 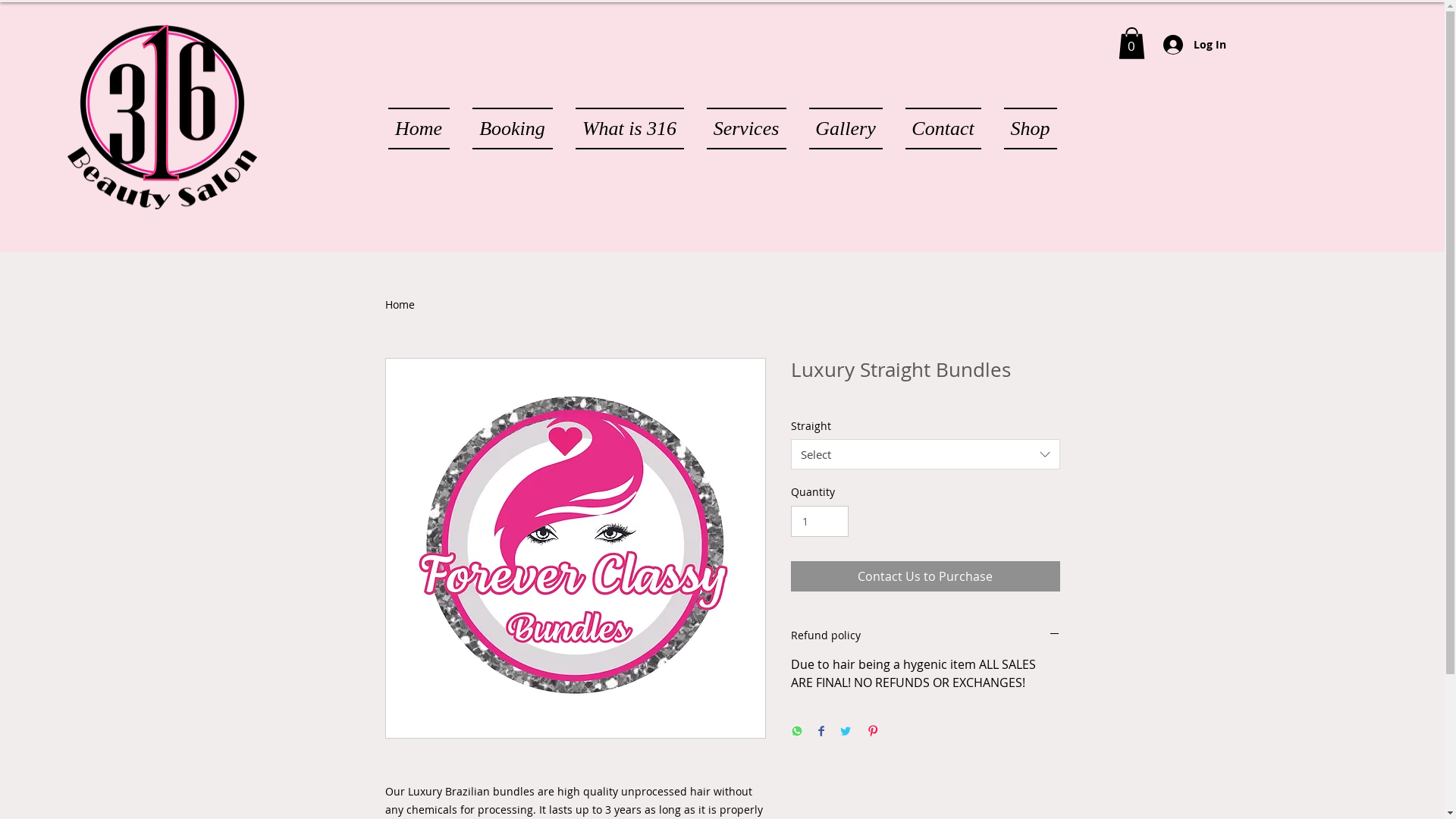 I want to click on 'Services', so click(x=745, y=127).